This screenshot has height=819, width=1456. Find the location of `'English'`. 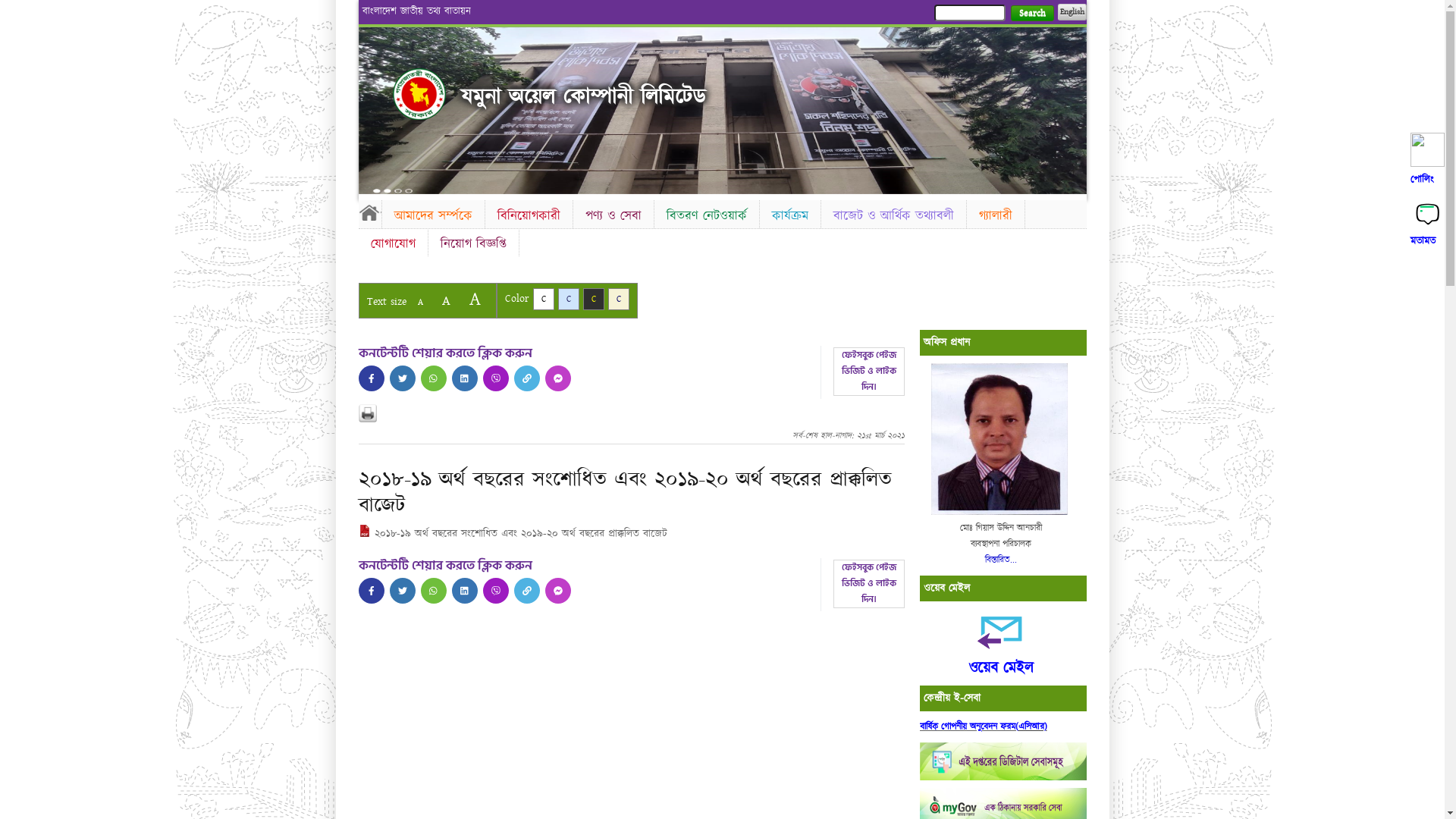

'English' is located at coordinates (1070, 11).